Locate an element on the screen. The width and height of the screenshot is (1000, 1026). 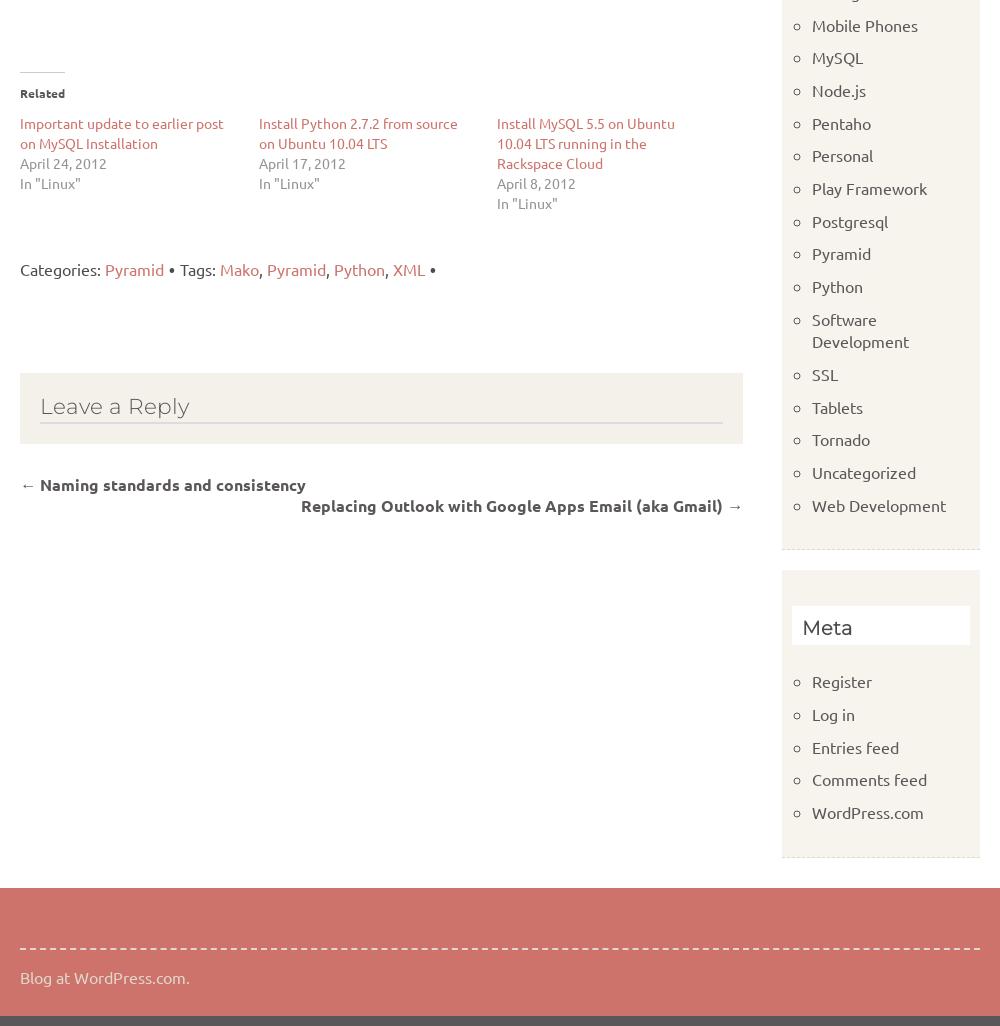
'Pentaho' is located at coordinates (839, 121).